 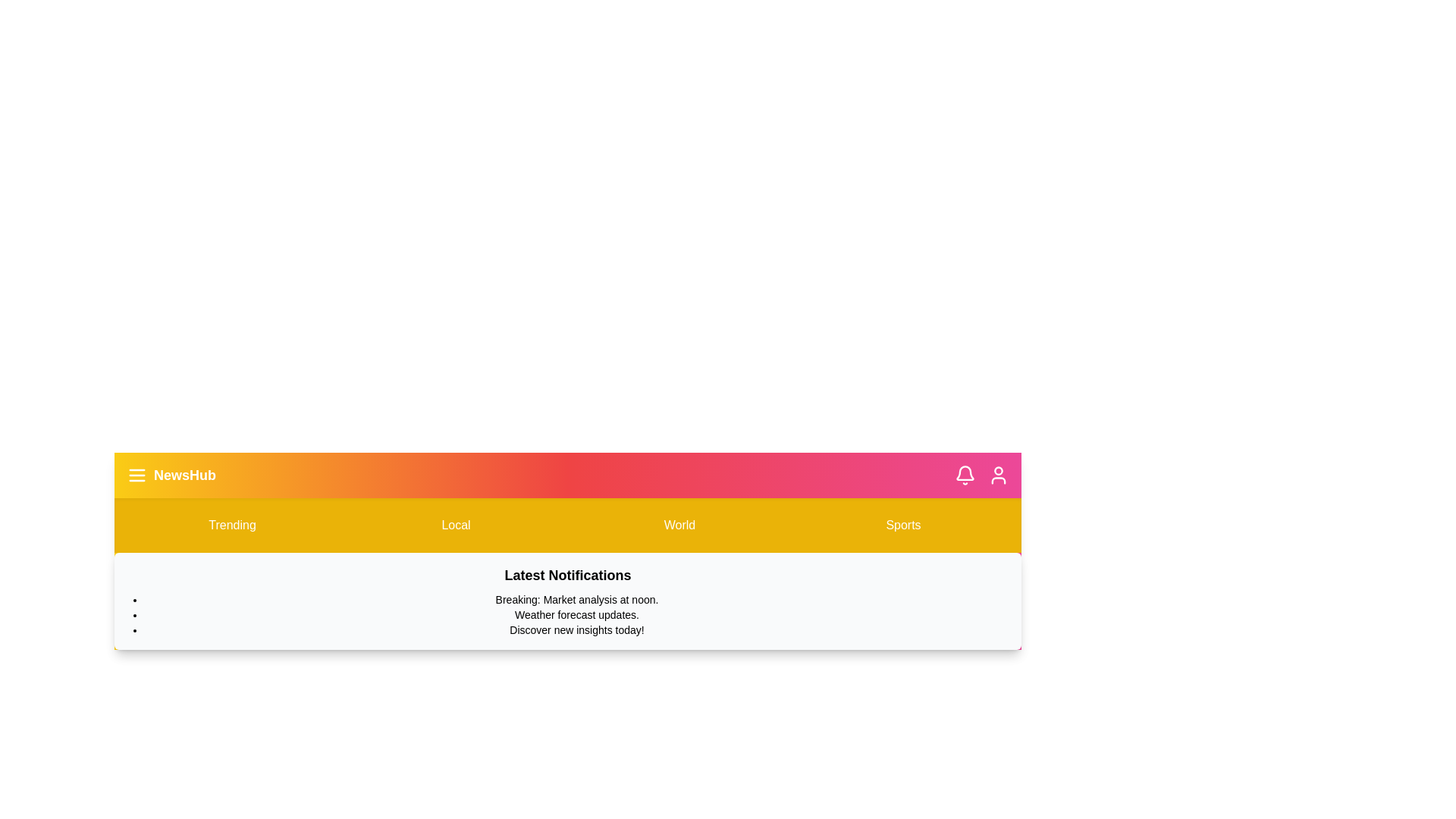 I want to click on the Sports button in the menu, so click(x=903, y=525).